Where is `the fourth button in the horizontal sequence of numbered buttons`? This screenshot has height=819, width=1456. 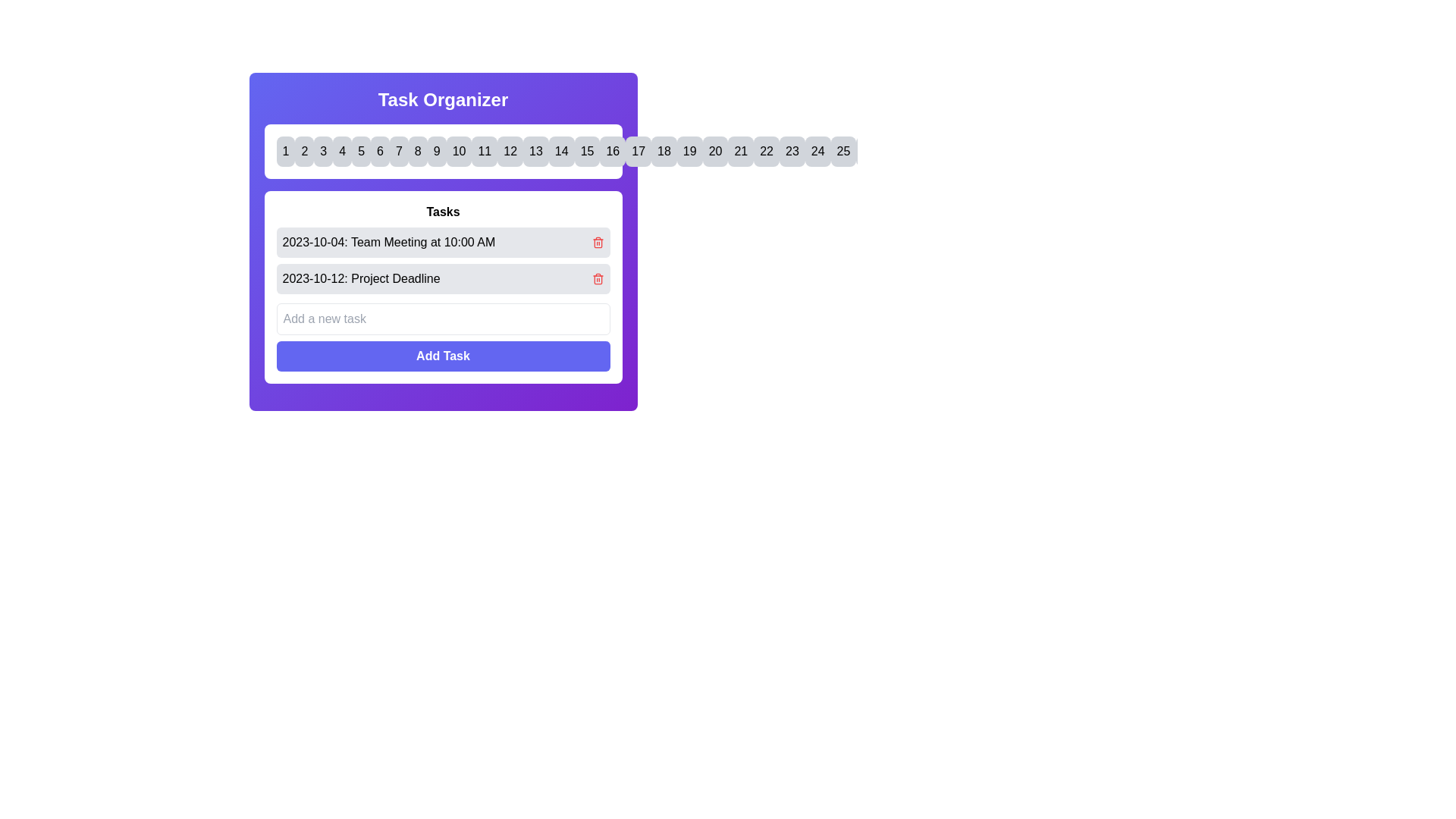
the fourth button in the horizontal sequence of numbered buttons is located at coordinates (341, 152).